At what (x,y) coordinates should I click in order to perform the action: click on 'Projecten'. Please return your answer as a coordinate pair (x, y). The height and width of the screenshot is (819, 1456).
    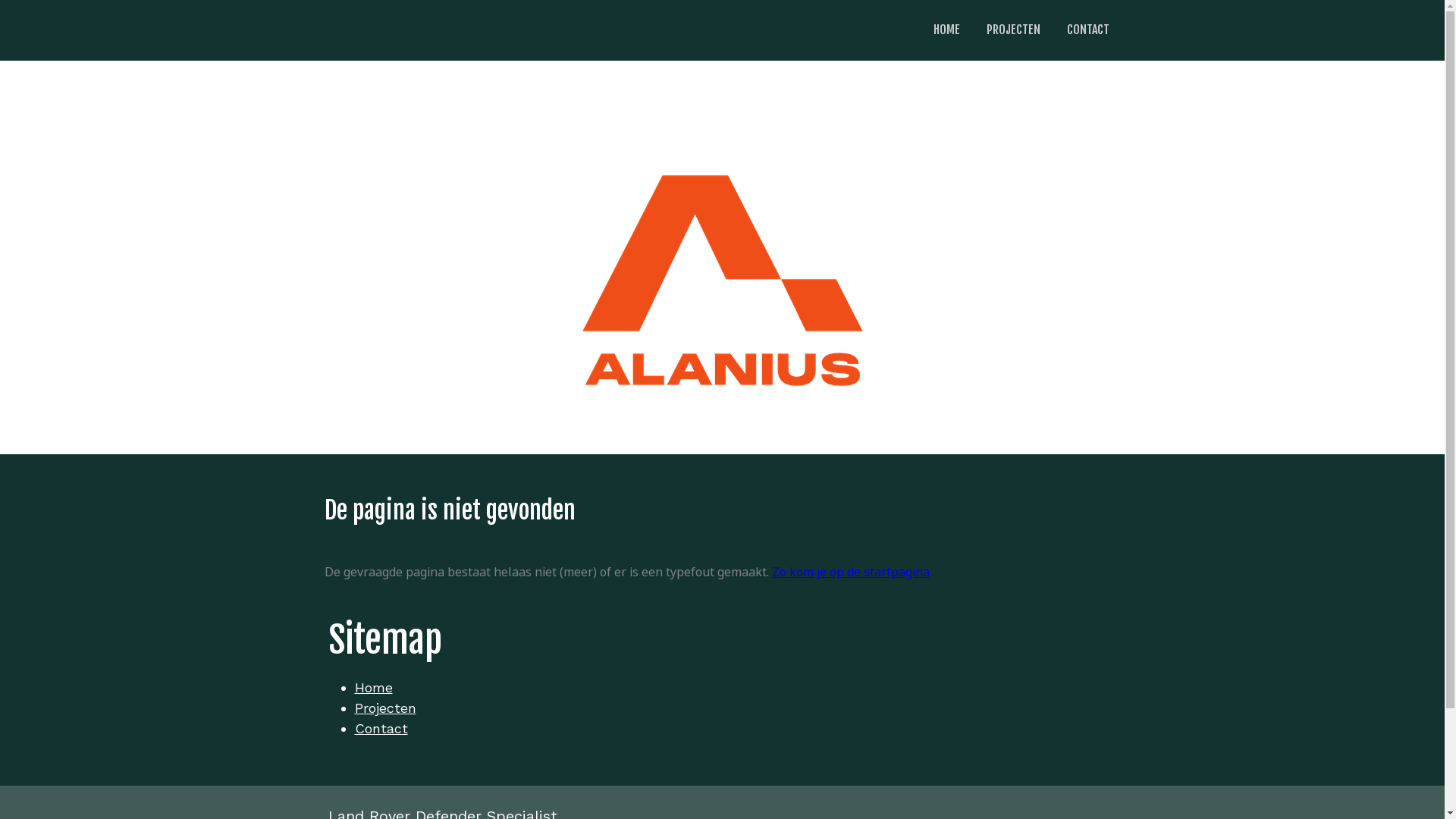
    Looking at the image, I should click on (353, 708).